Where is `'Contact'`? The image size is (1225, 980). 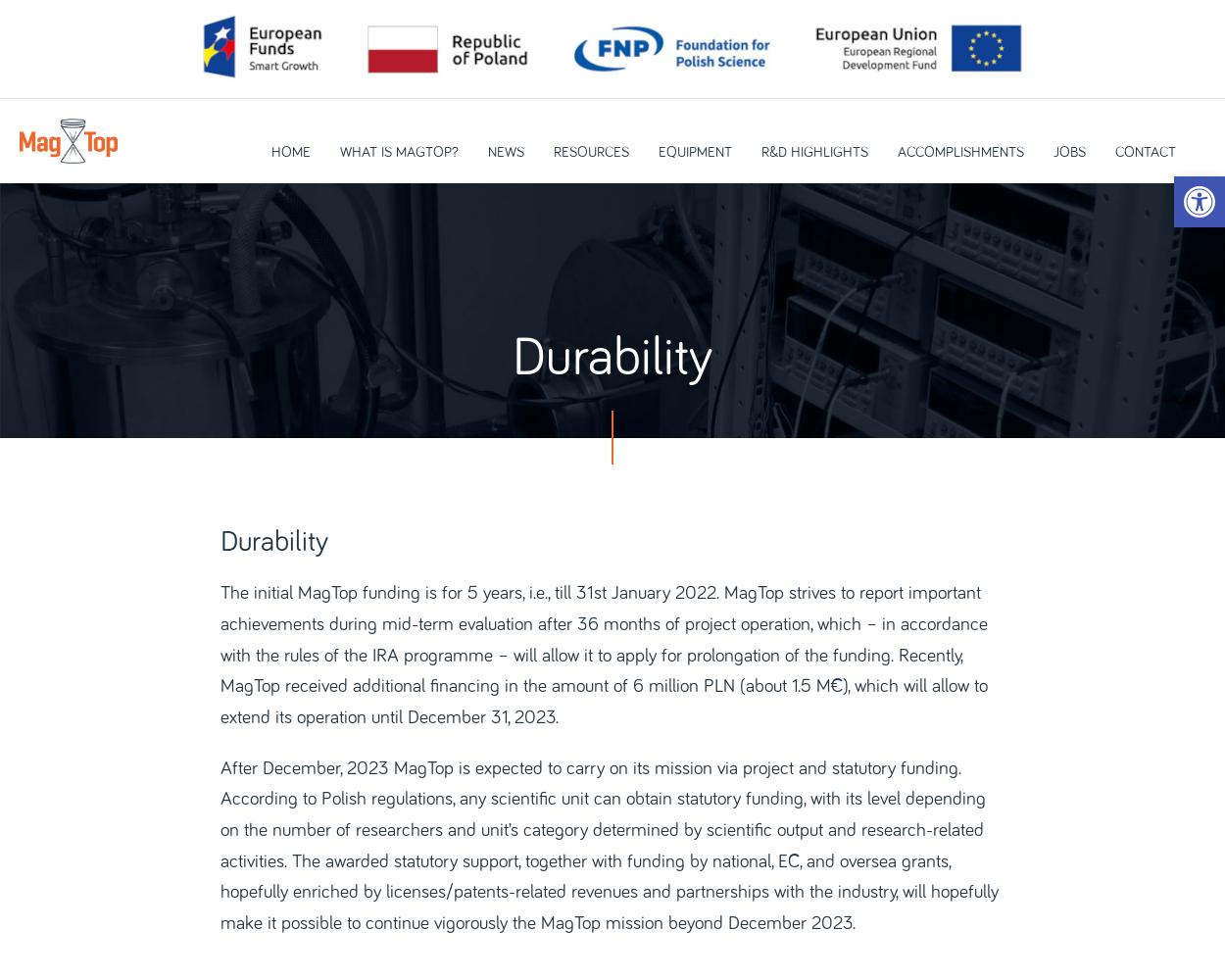
'Contact' is located at coordinates (1145, 152).